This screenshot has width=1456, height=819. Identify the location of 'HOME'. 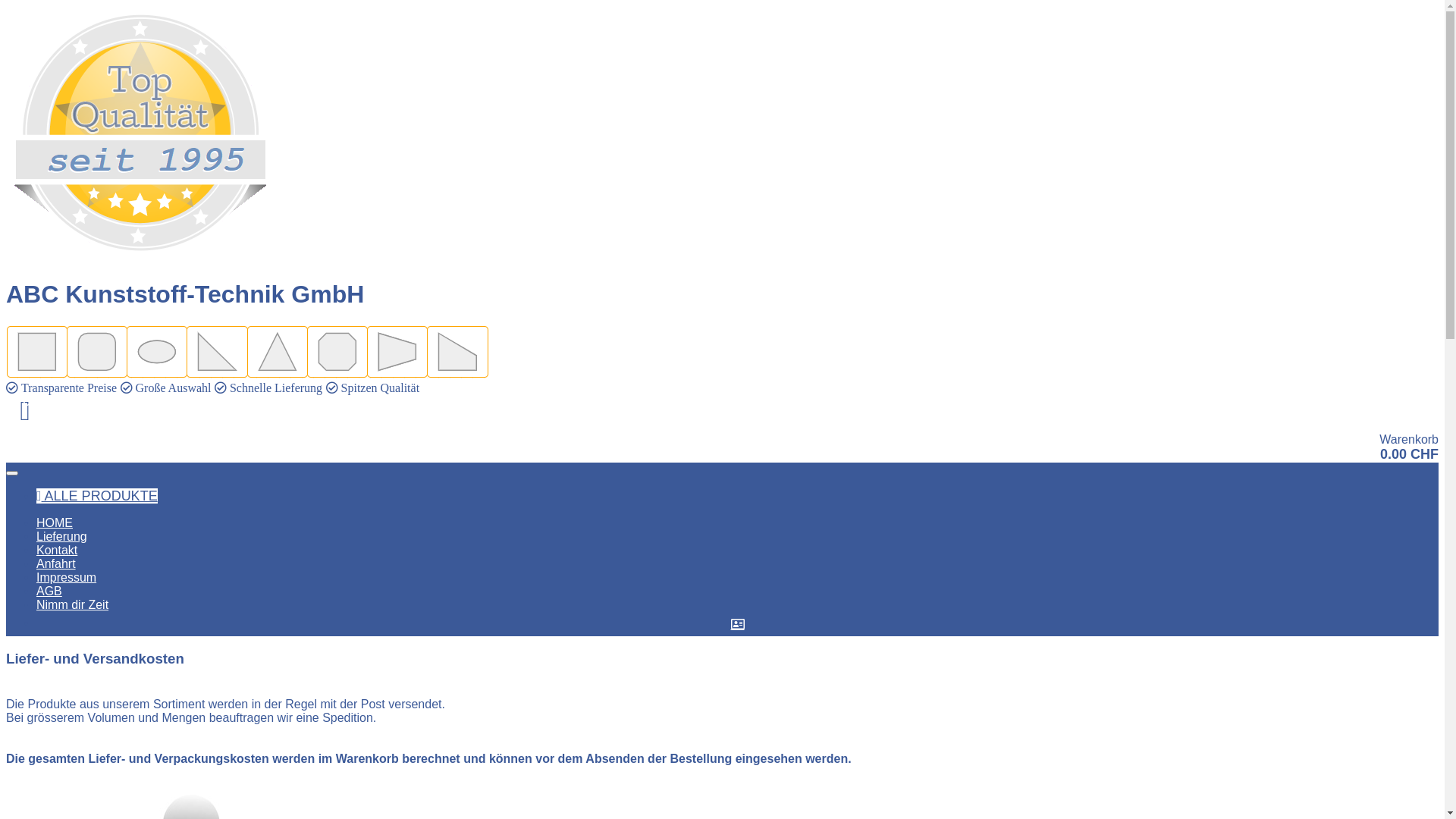
(36, 522).